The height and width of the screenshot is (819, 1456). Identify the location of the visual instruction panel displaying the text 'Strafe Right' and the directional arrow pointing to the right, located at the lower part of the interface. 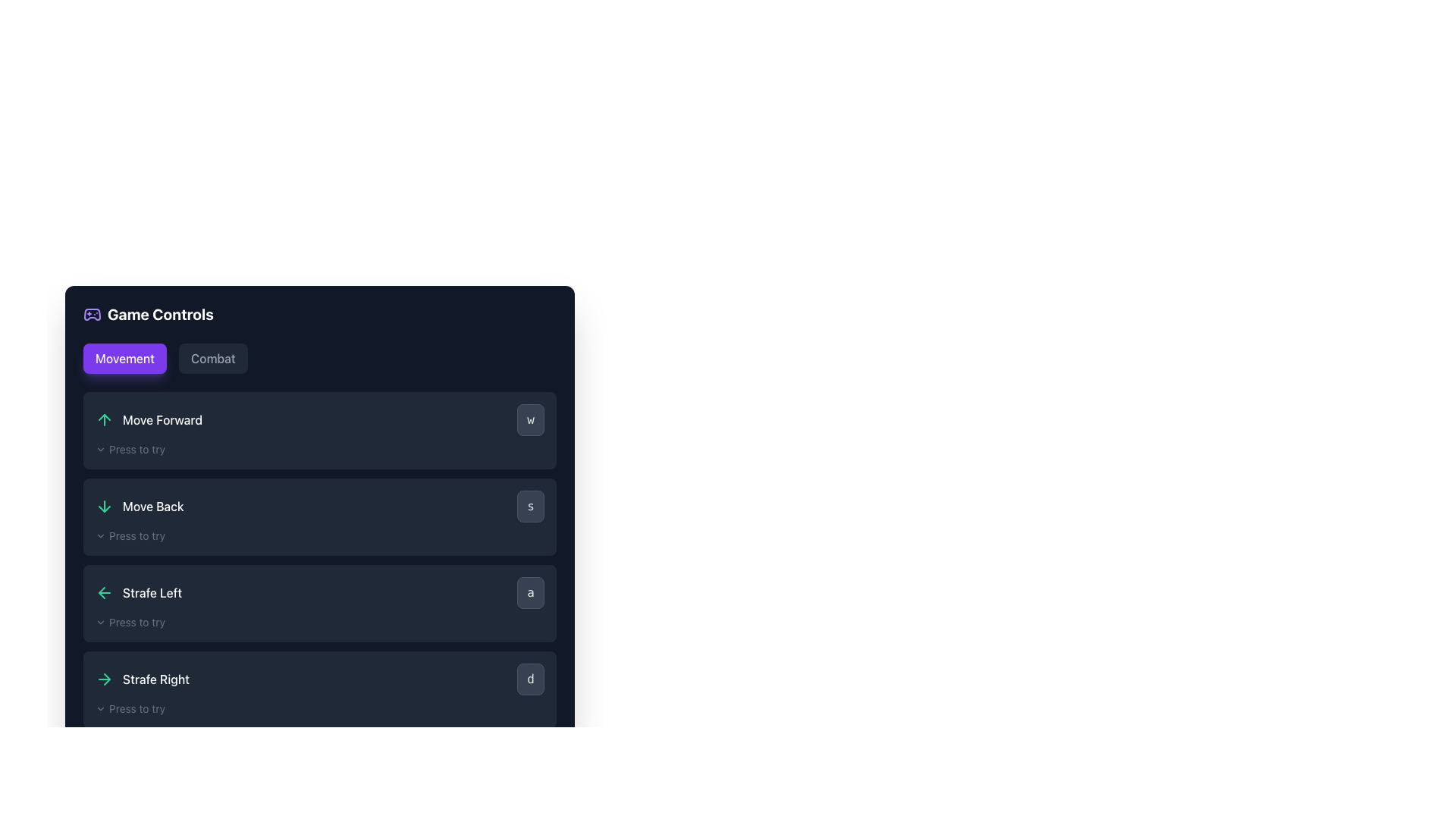
(319, 678).